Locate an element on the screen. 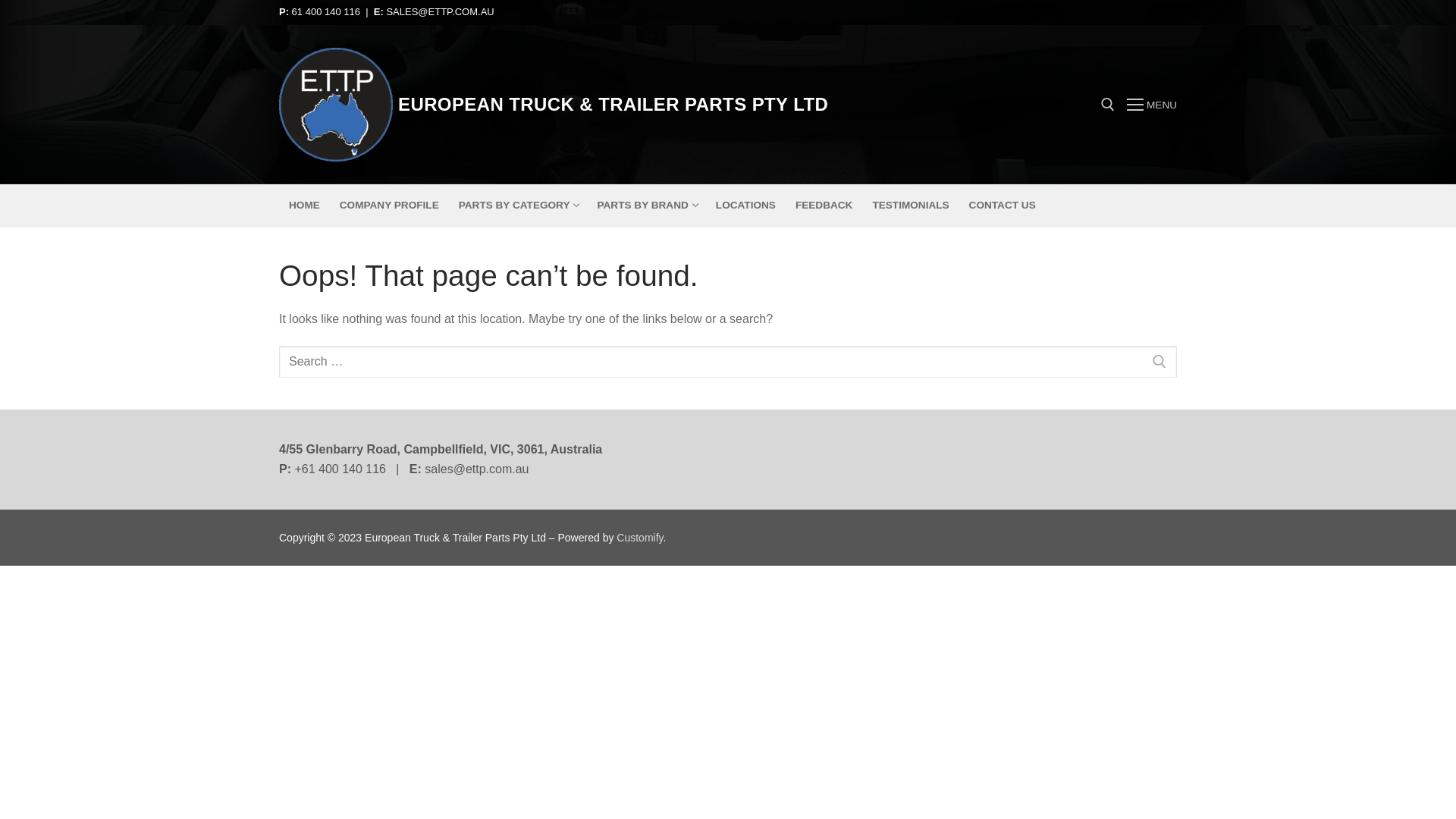 Image resolution: width=1456 pixels, height=819 pixels. 'PARTS BY BRAND is located at coordinates (645, 205).